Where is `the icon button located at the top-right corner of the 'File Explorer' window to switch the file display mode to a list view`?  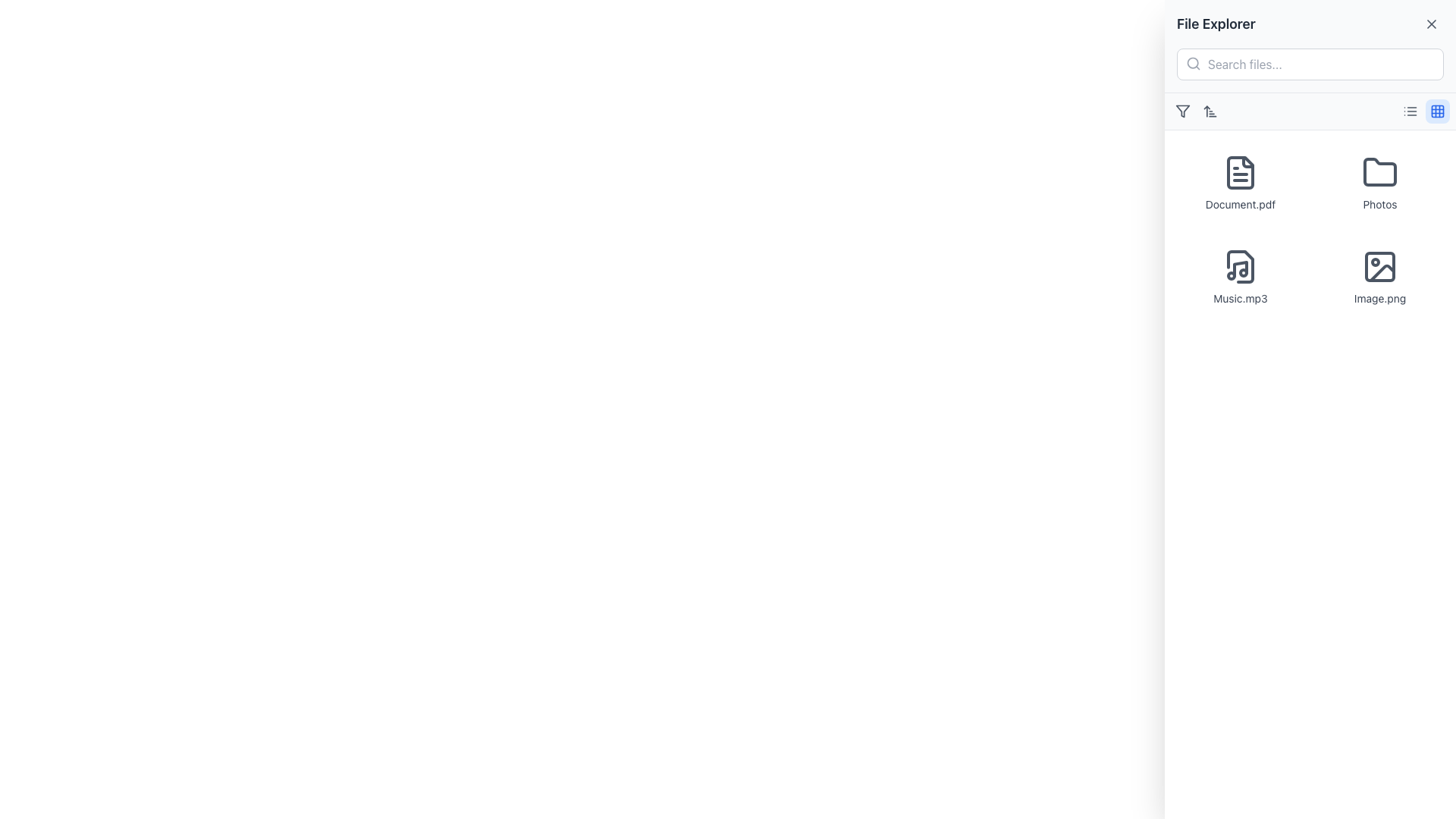
the icon button located at the top-right corner of the 'File Explorer' window to switch the file display mode to a list view is located at coordinates (1410, 110).